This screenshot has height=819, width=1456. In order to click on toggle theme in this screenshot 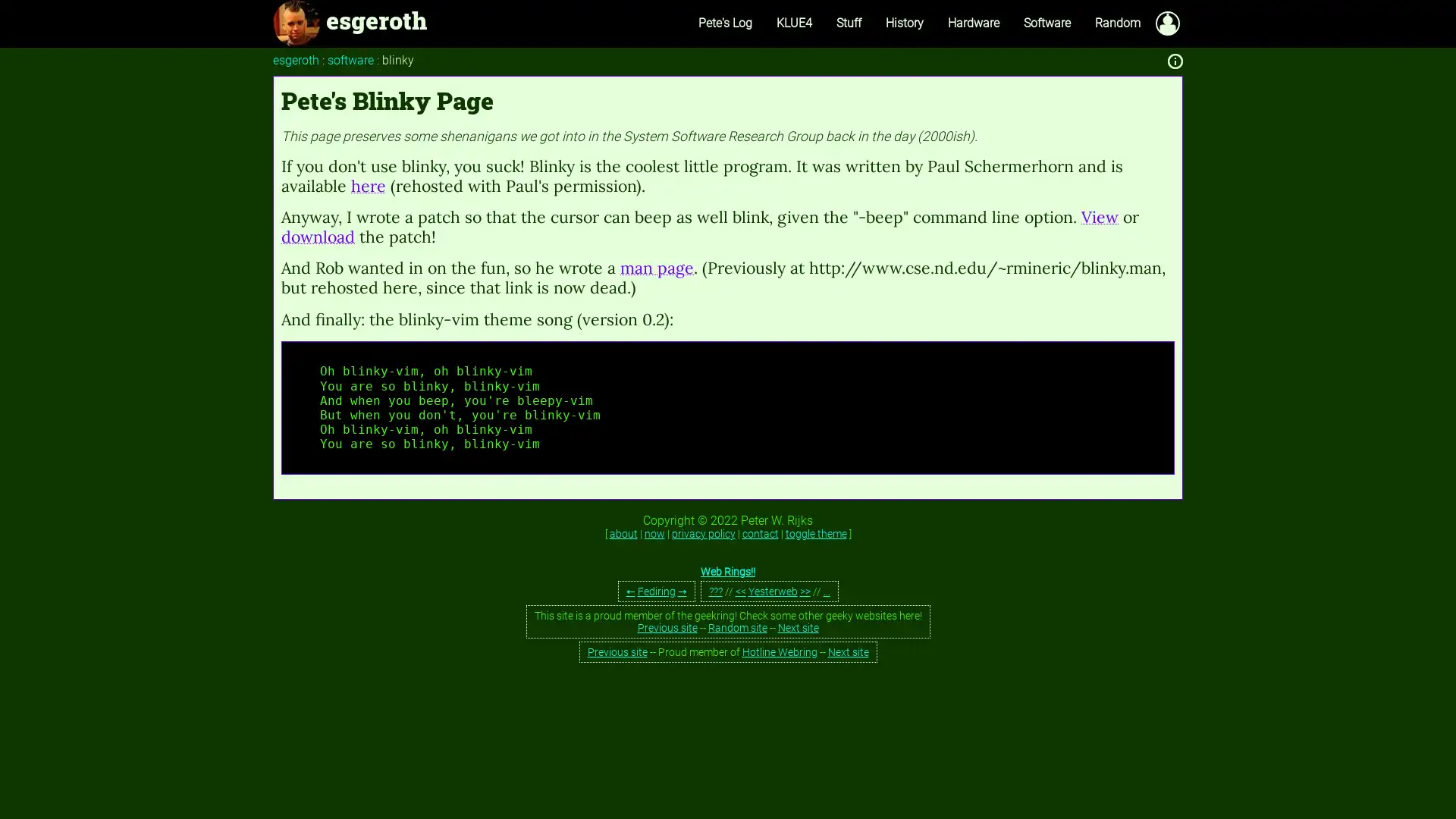, I will do `click(814, 532)`.